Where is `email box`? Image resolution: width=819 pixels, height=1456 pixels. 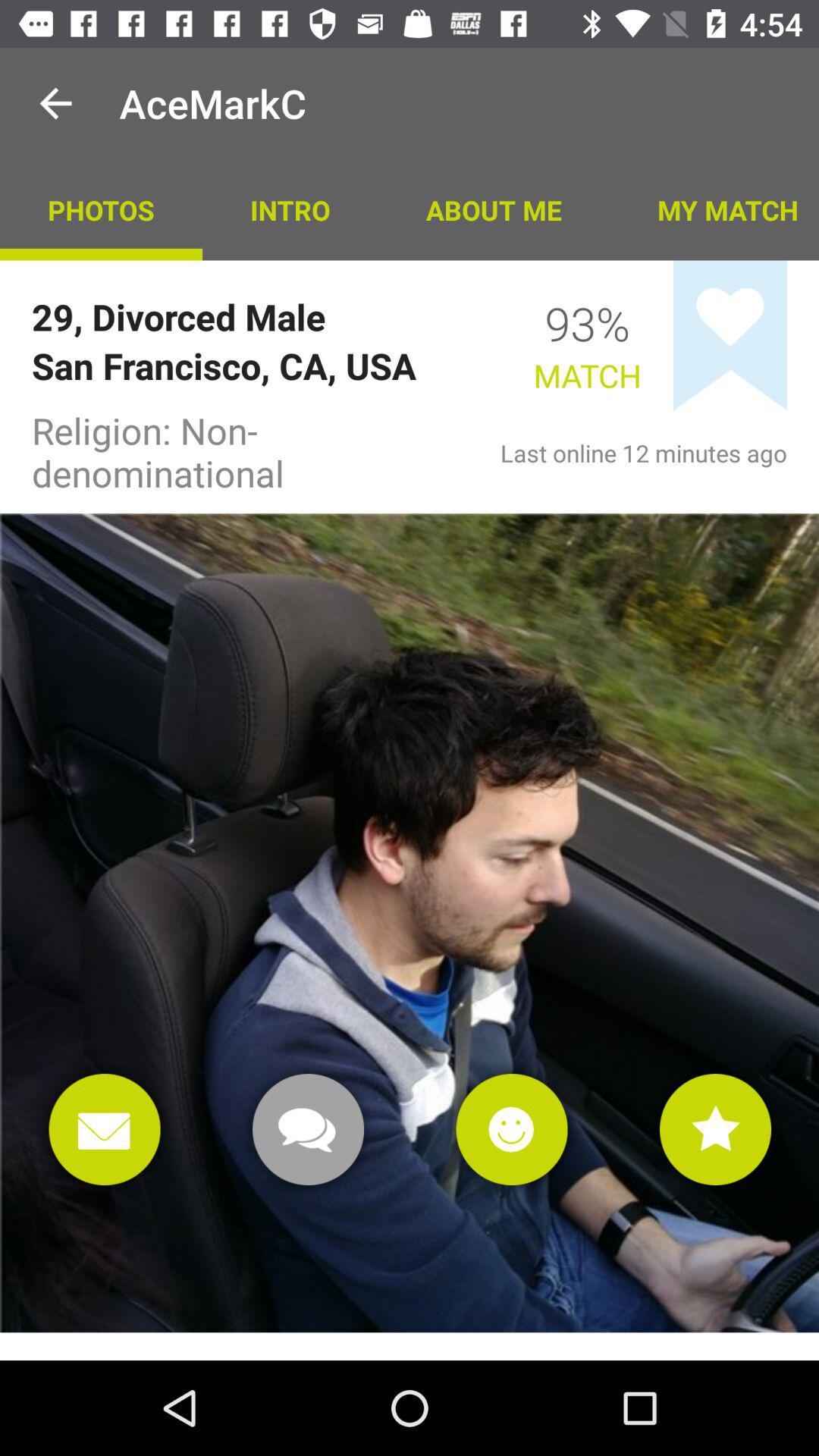 email box is located at coordinates (104, 1129).